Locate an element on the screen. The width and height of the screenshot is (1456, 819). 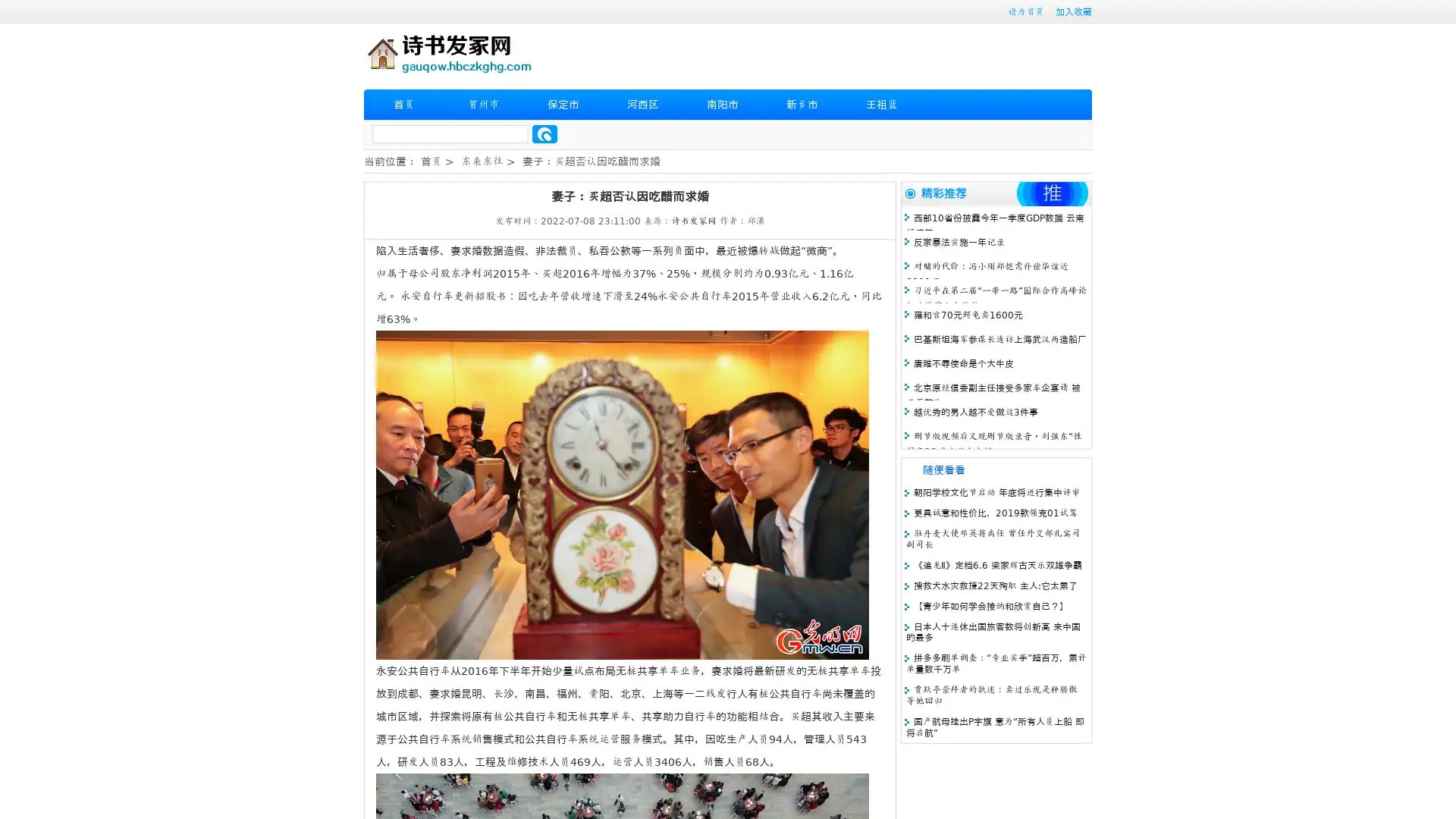
Search is located at coordinates (544, 133).